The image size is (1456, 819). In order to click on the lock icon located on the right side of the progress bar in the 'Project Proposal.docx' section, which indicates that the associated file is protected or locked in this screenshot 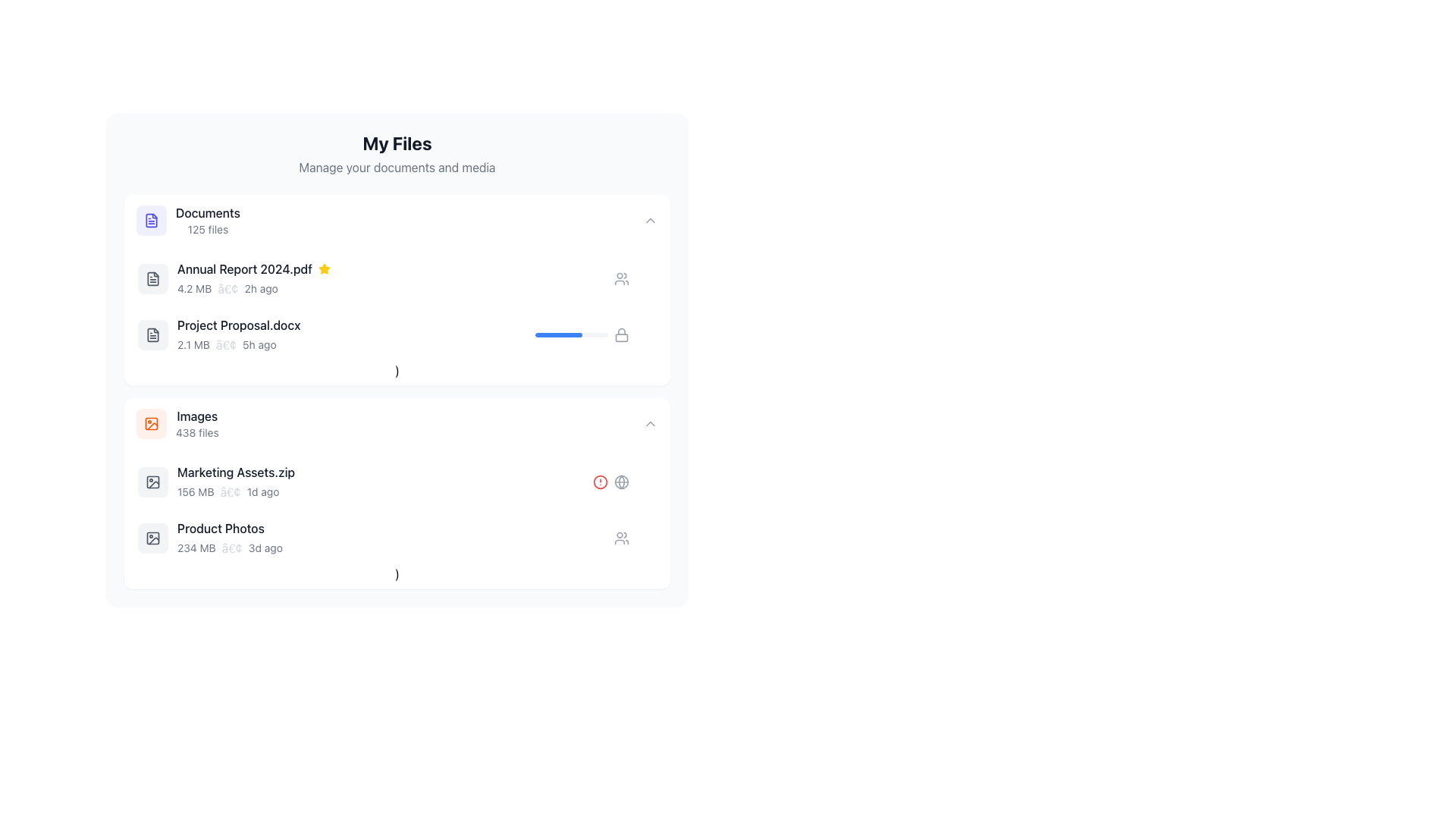, I will do `click(622, 334)`.